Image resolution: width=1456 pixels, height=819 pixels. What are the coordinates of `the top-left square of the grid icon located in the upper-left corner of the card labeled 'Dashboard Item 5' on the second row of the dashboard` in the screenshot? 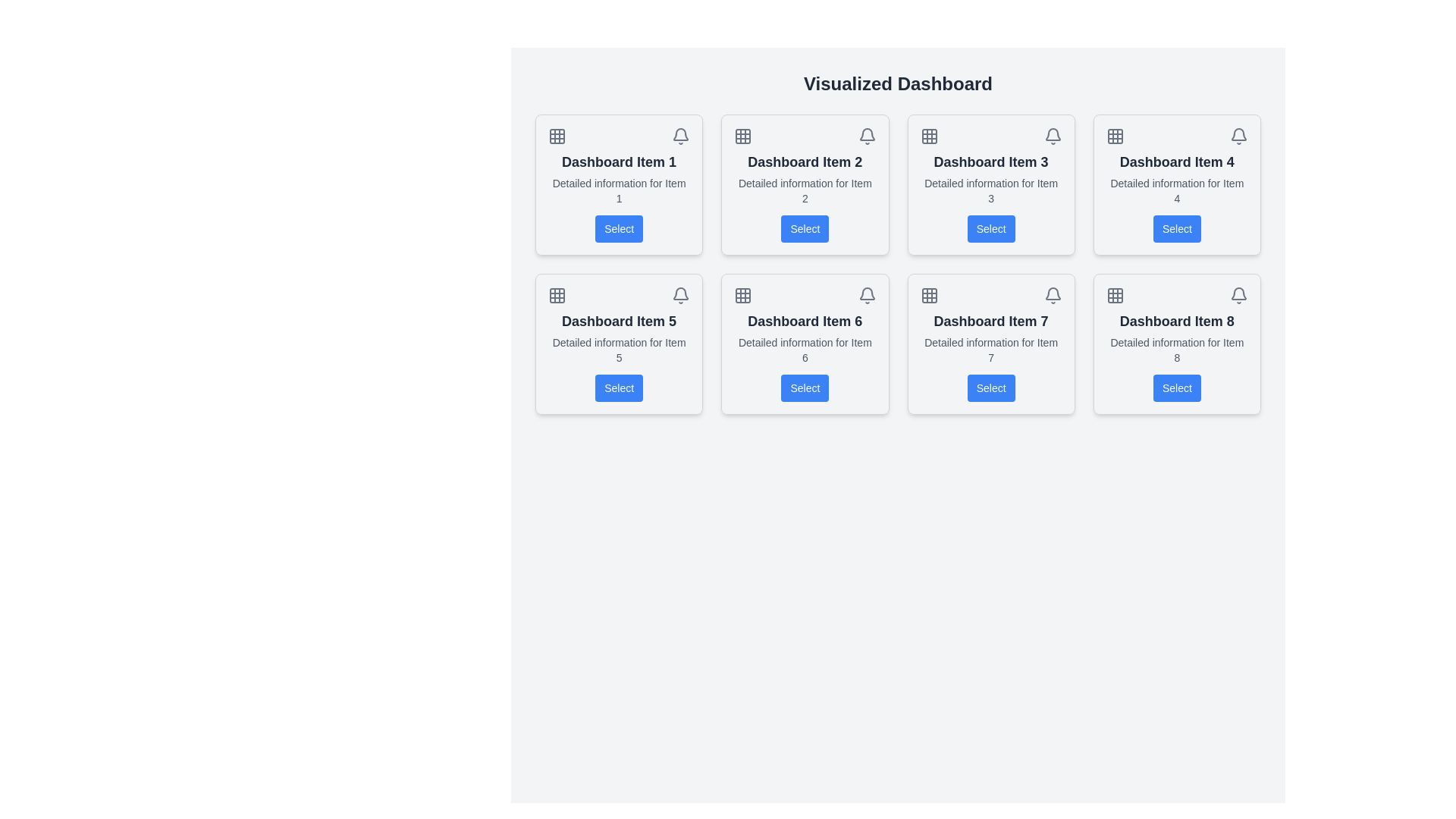 It's located at (556, 295).